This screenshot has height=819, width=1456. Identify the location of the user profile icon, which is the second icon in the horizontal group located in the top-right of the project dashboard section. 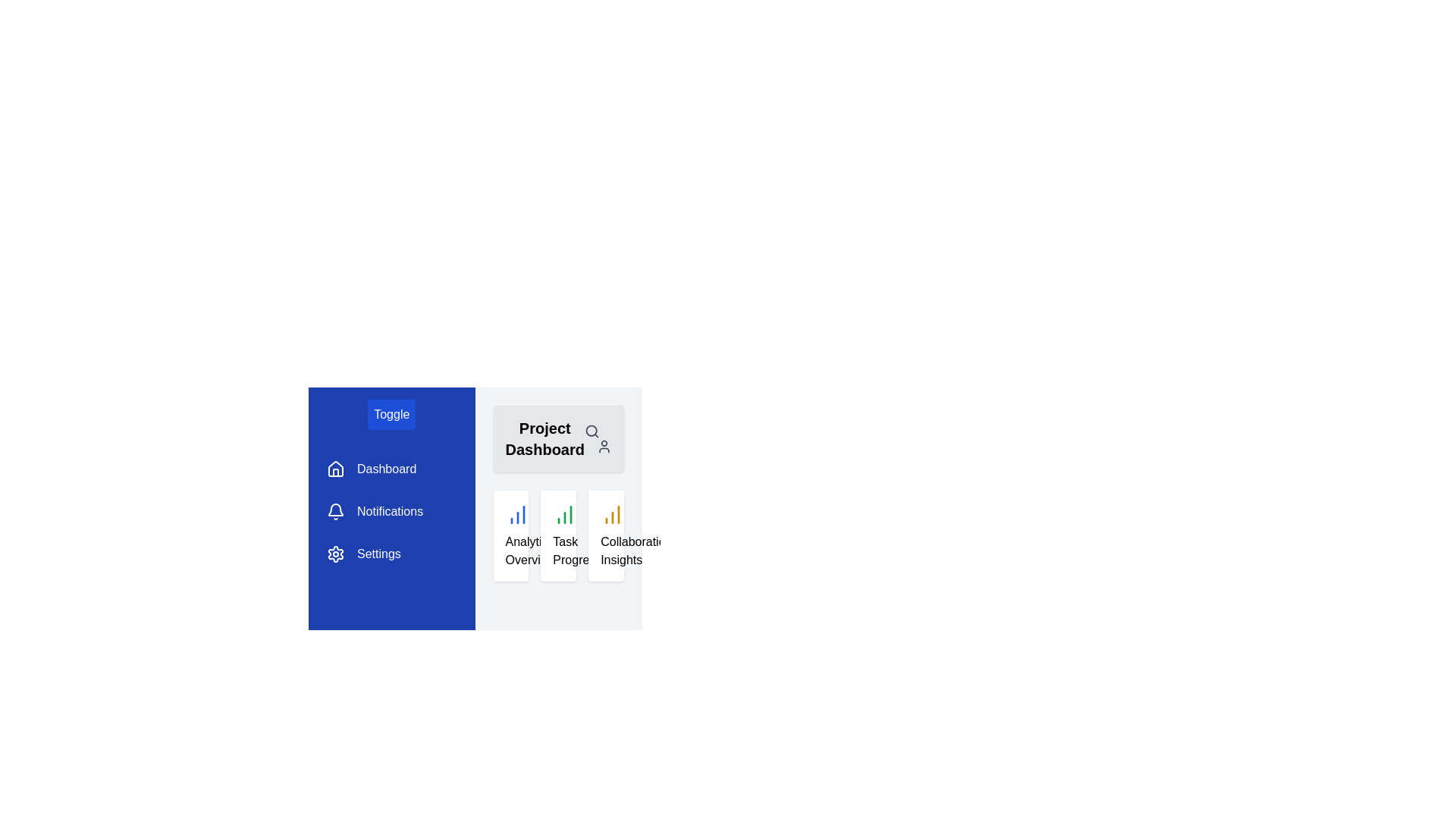
(603, 446).